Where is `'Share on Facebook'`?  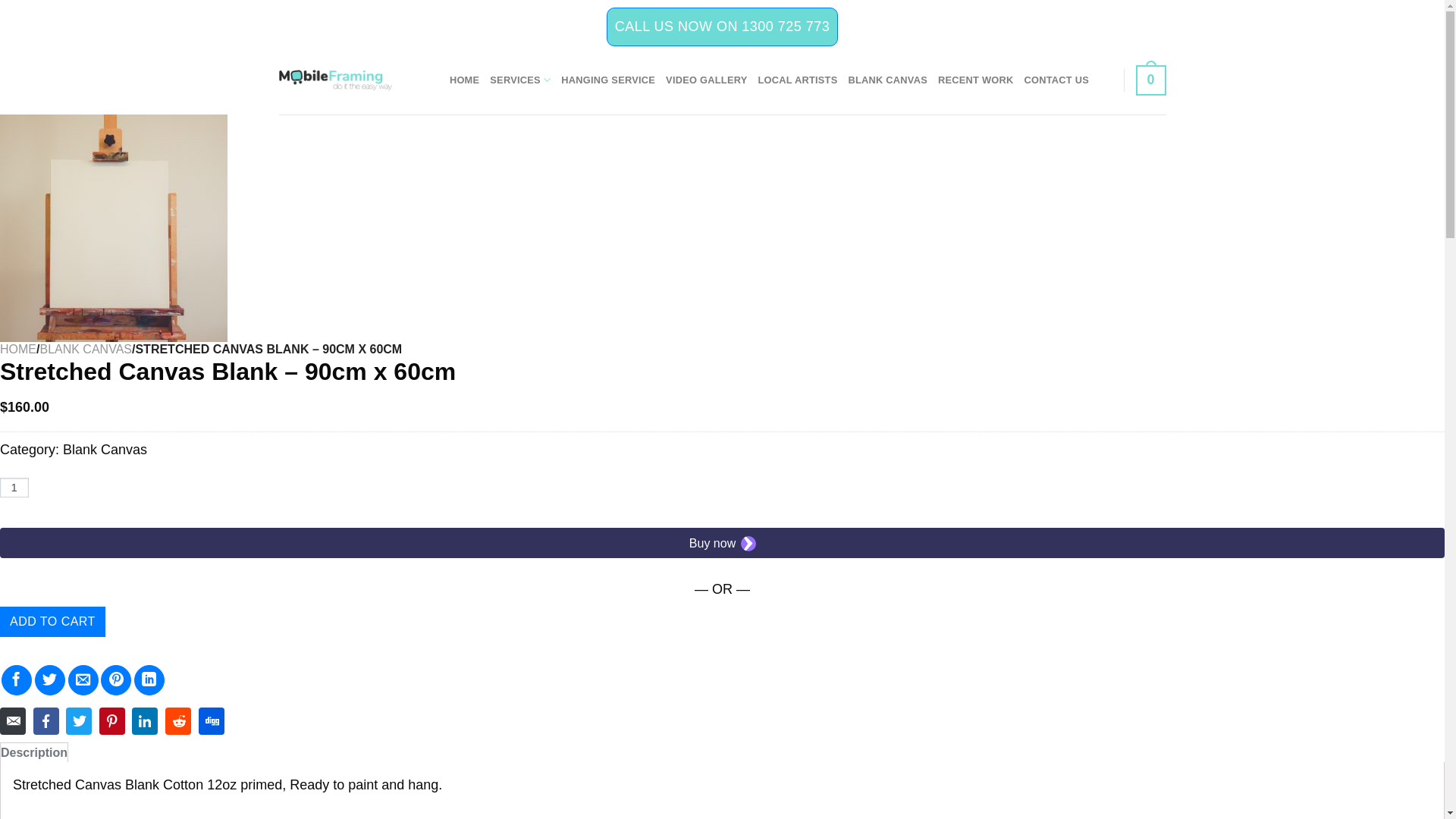 'Share on Facebook' is located at coordinates (17, 679).